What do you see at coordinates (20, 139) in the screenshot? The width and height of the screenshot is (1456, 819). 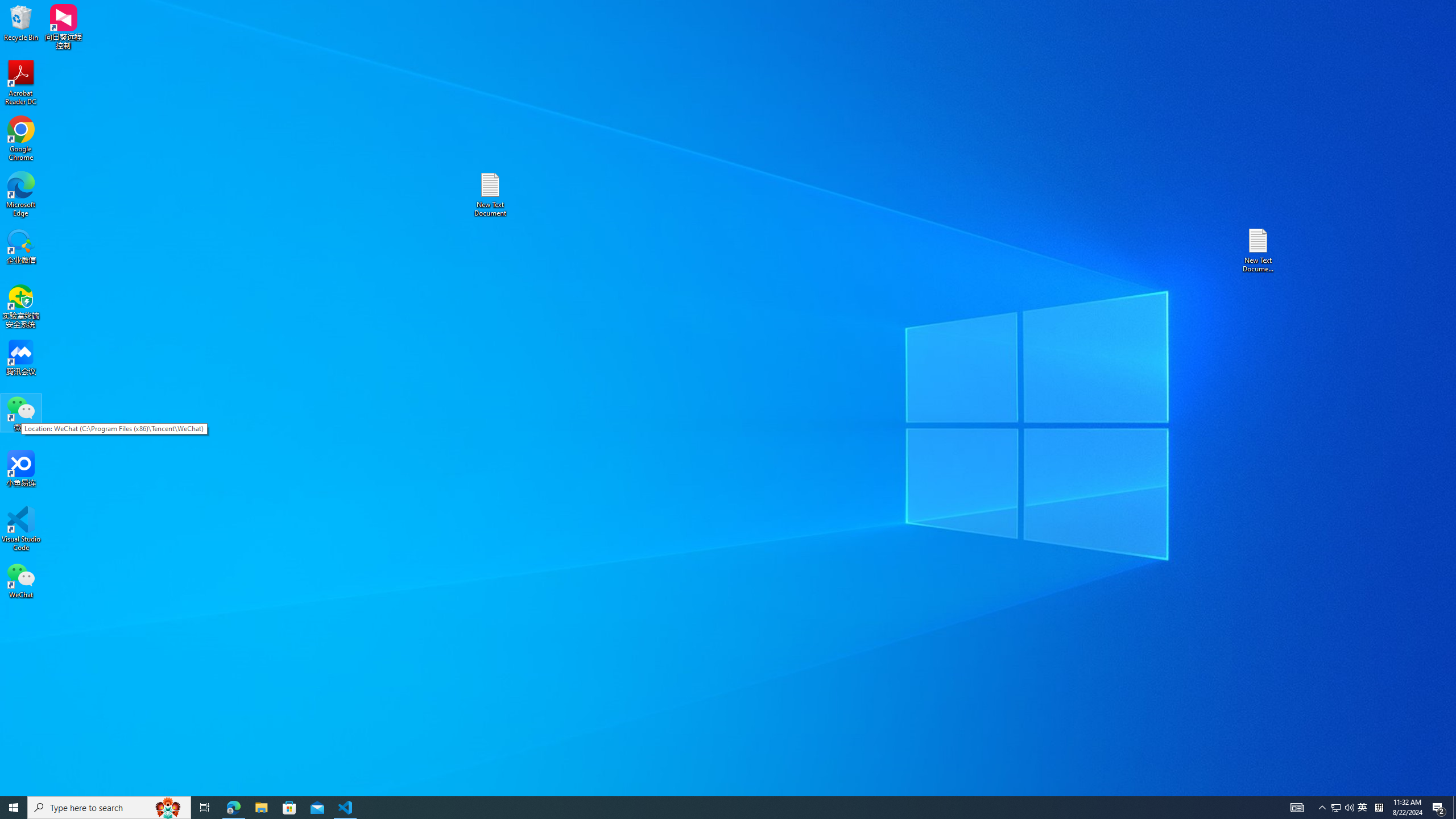 I see `'Google Chrome'` at bounding box center [20, 139].